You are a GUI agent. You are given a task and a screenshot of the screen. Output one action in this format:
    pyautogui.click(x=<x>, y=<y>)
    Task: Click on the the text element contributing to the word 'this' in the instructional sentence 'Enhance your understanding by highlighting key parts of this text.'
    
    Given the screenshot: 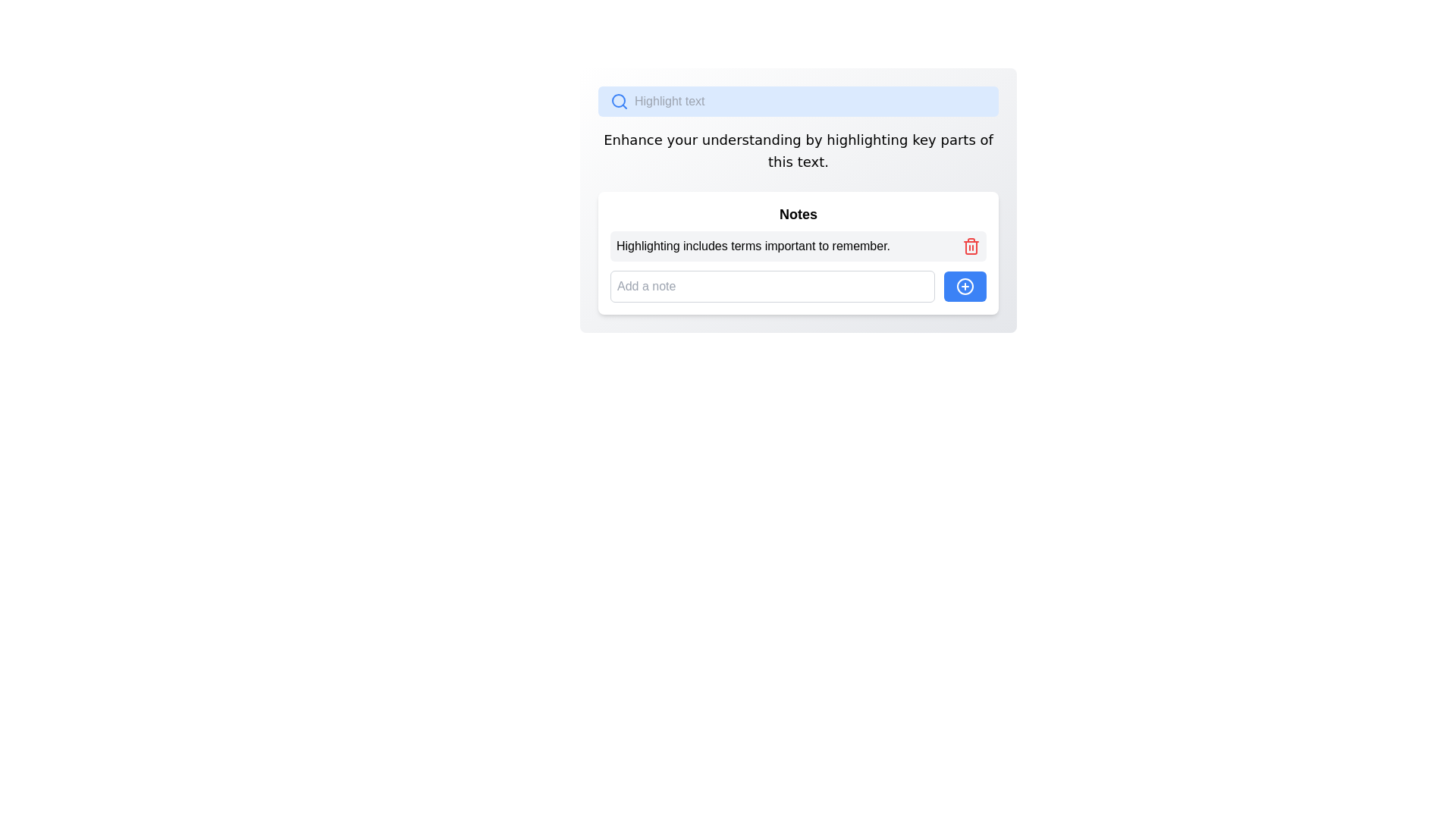 What is the action you would take?
    pyautogui.click(x=784, y=162)
    